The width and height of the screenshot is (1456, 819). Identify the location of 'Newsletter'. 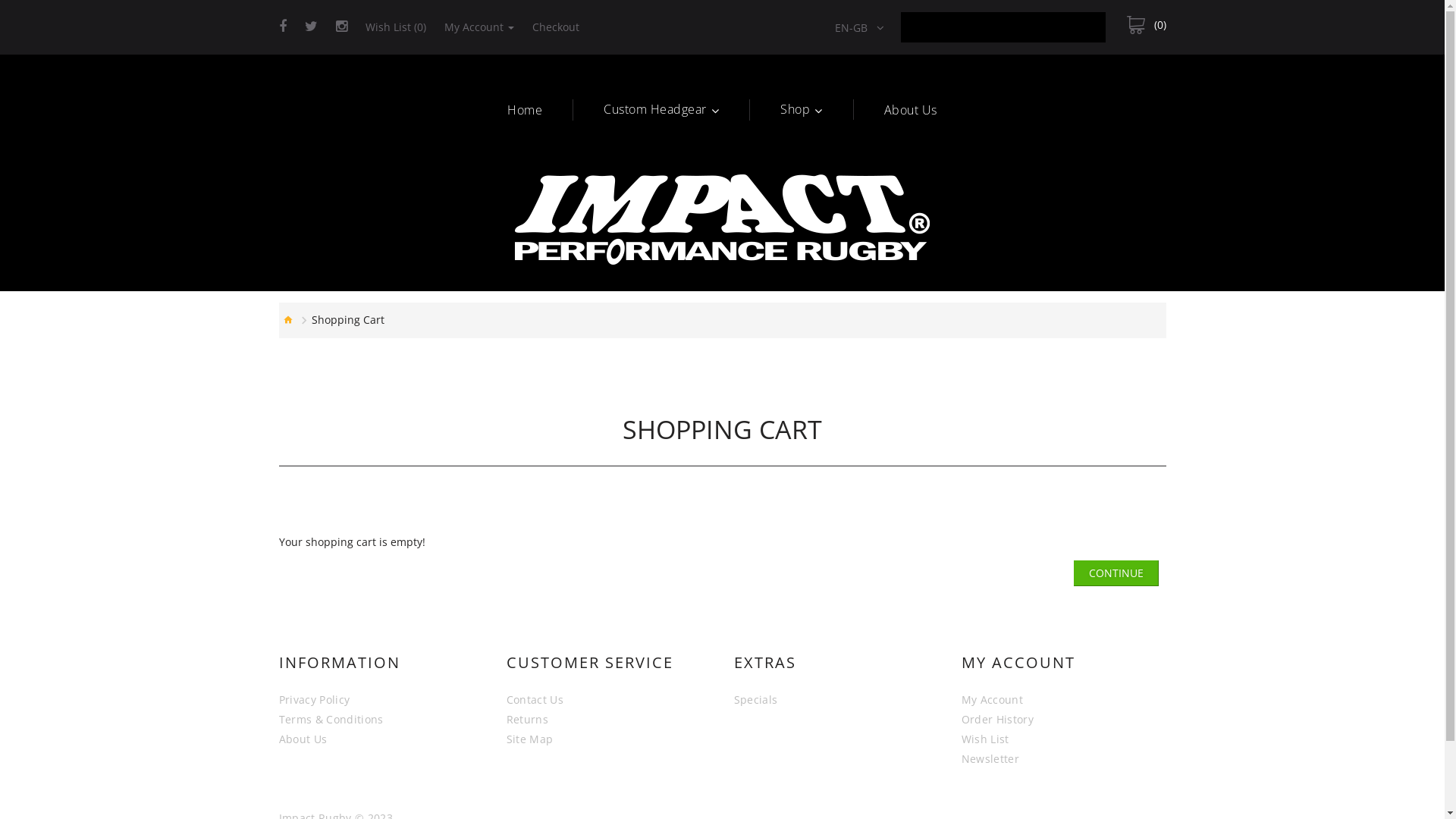
(990, 759).